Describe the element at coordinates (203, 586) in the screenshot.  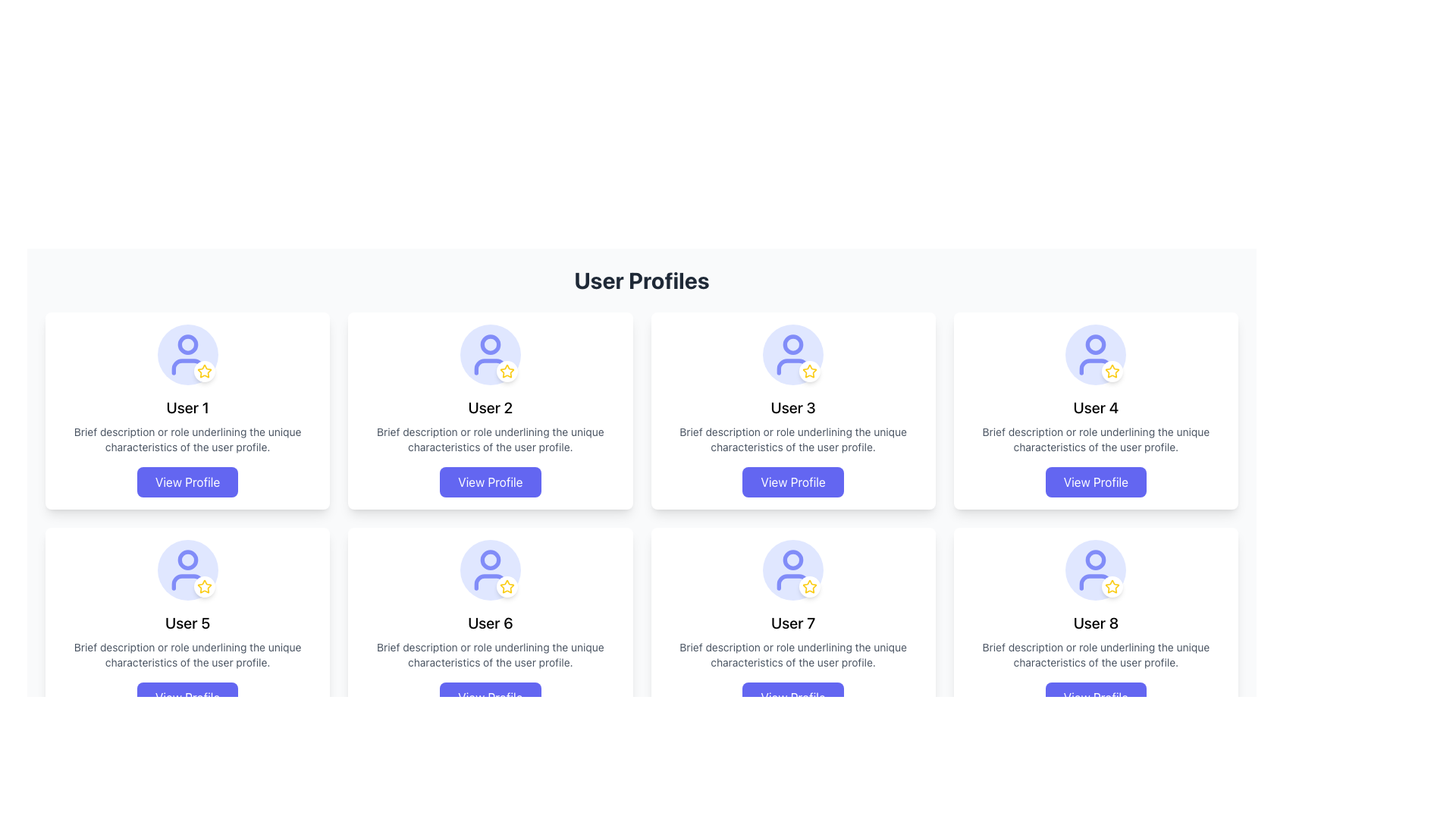
I see `the star icon located at the bottom-right corner of 'User 5's card, which symbolizes a rating or favorite feature` at that location.